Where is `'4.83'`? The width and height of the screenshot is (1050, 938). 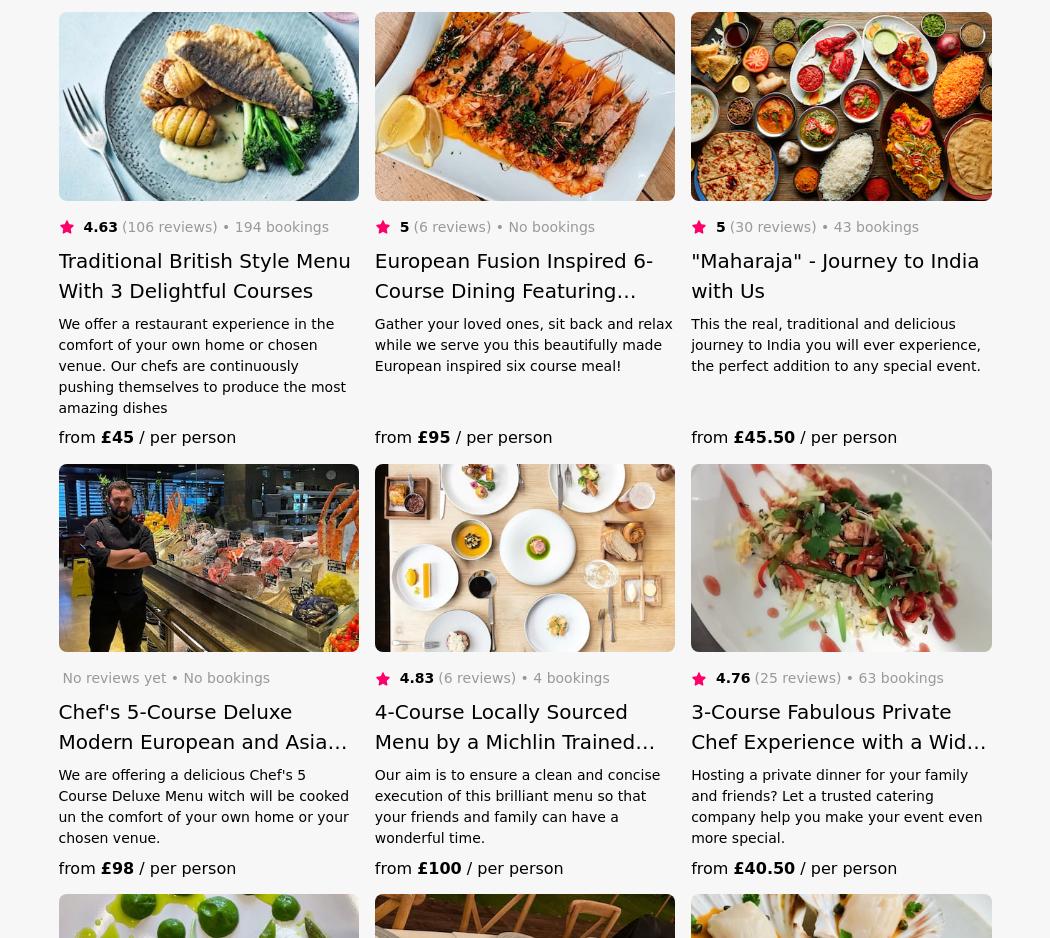
'4.83' is located at coordinates (415, 677).